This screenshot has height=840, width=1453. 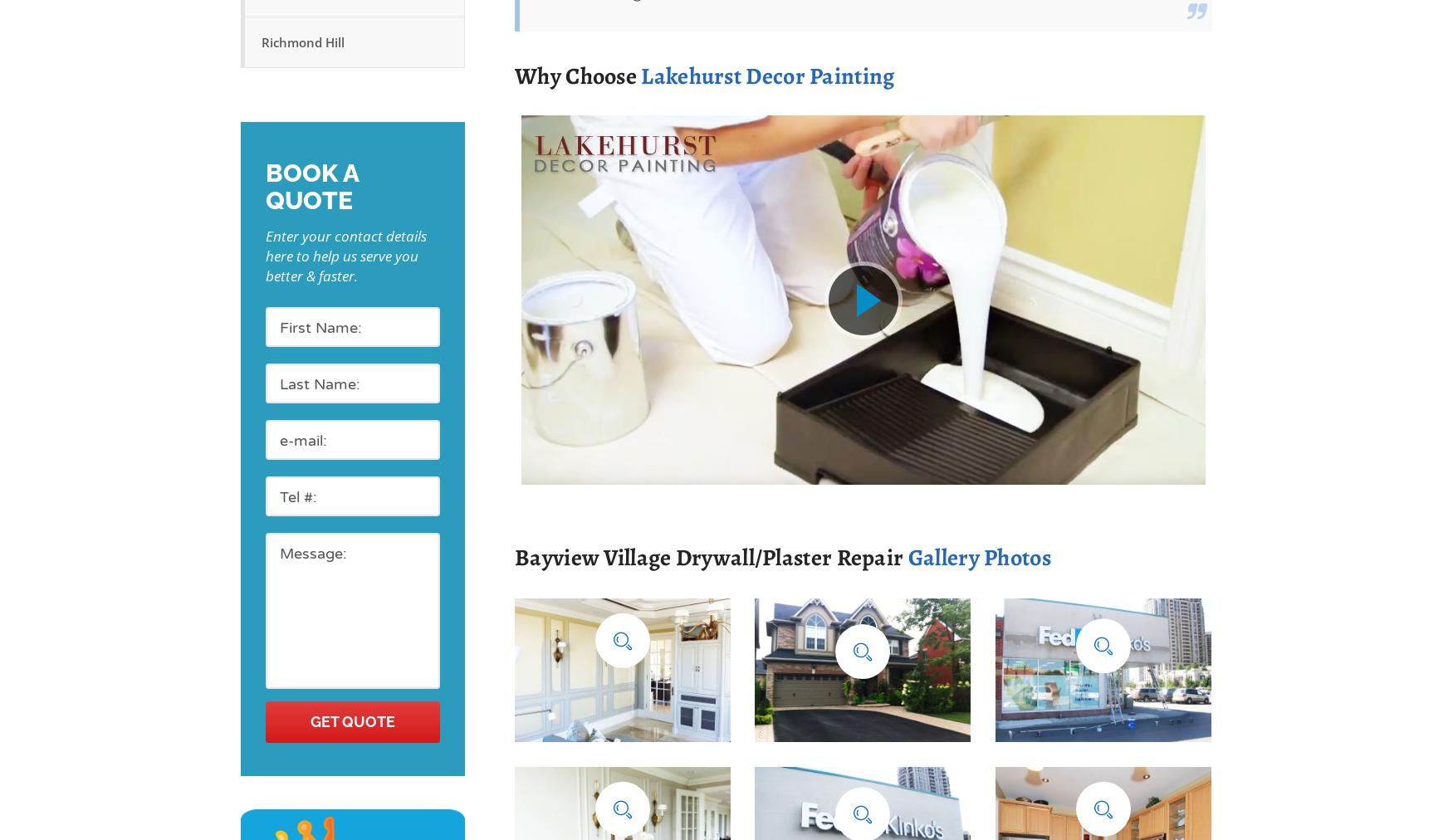 I want to click on 'House Exterior Painting', so click(x=1276, y=697).